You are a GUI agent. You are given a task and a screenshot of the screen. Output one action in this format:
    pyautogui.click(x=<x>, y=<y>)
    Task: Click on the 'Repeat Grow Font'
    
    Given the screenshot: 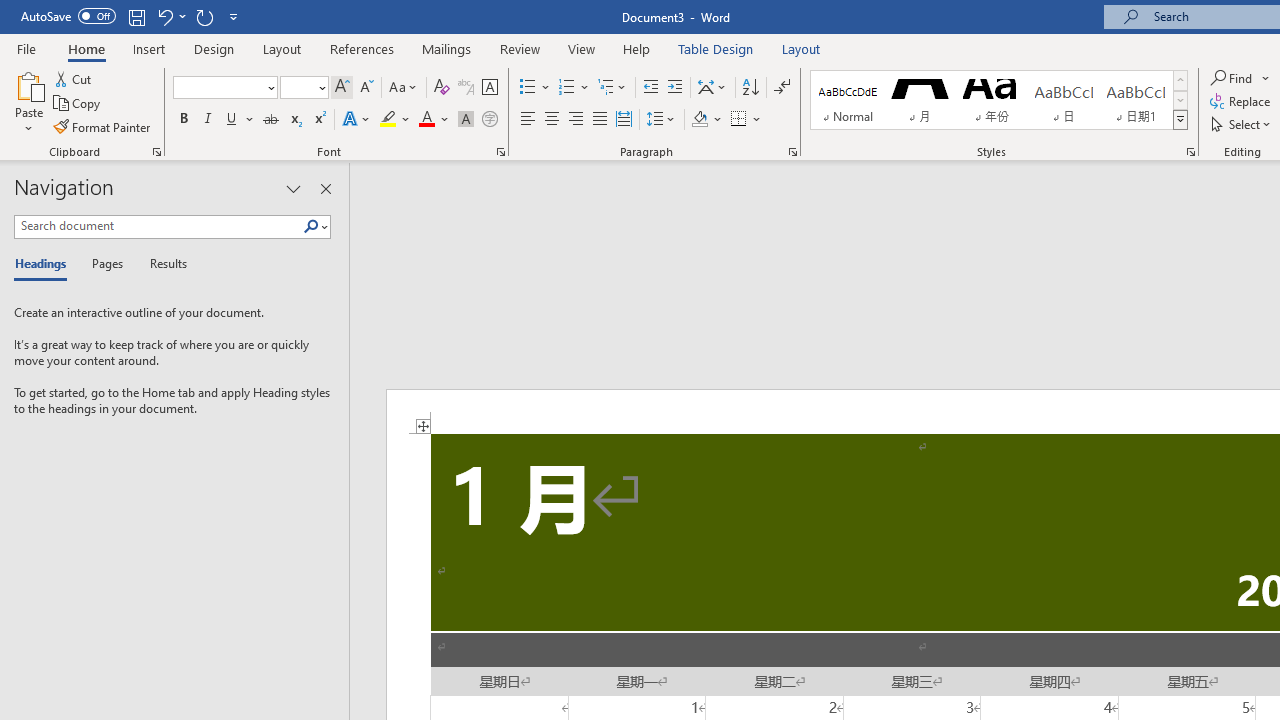 What is the action you would take?
    pyautogui.click(x=204, y=16)
    